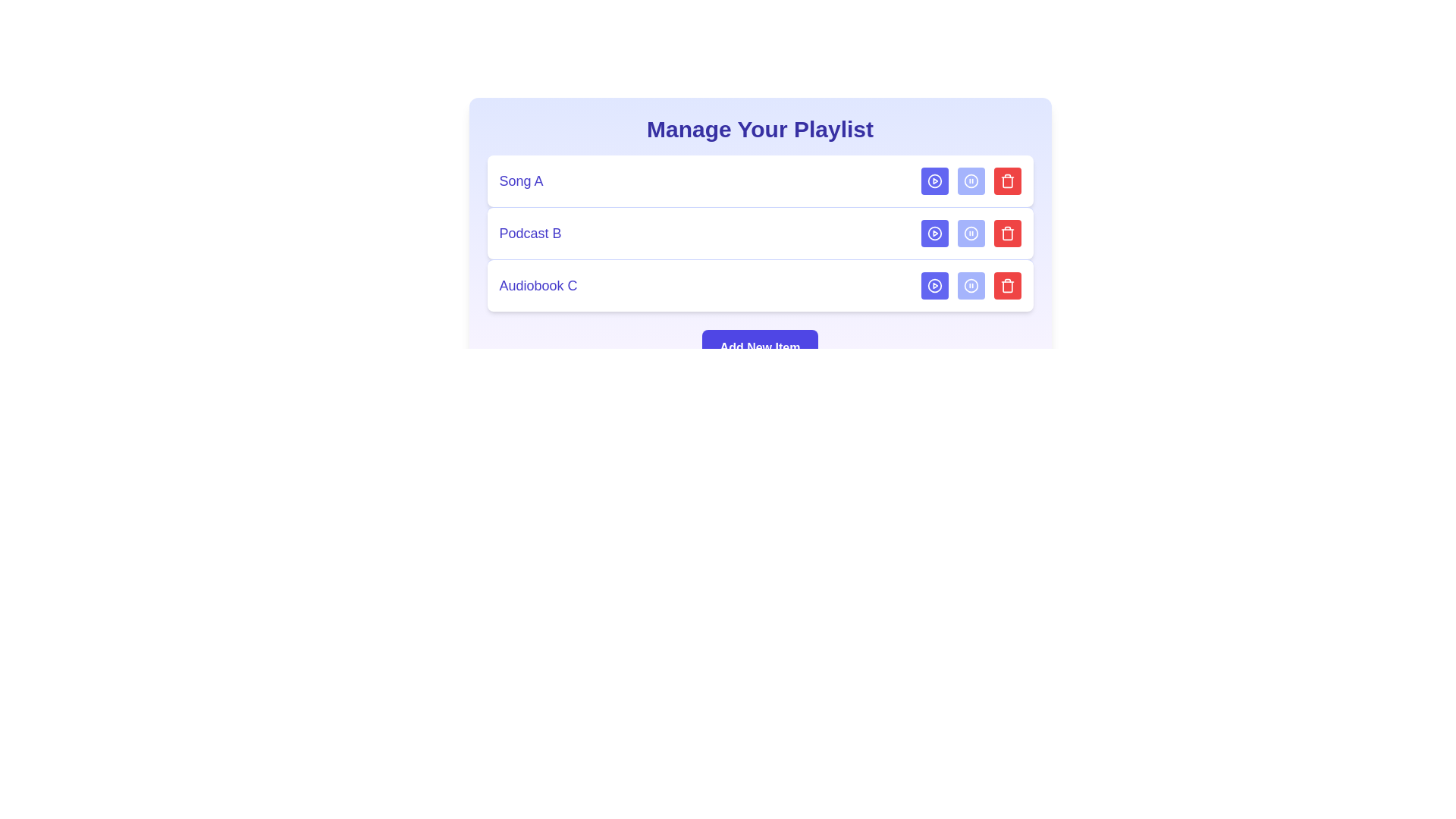  I want to click on the delete button for the media item Song A, so click(1007, 180).